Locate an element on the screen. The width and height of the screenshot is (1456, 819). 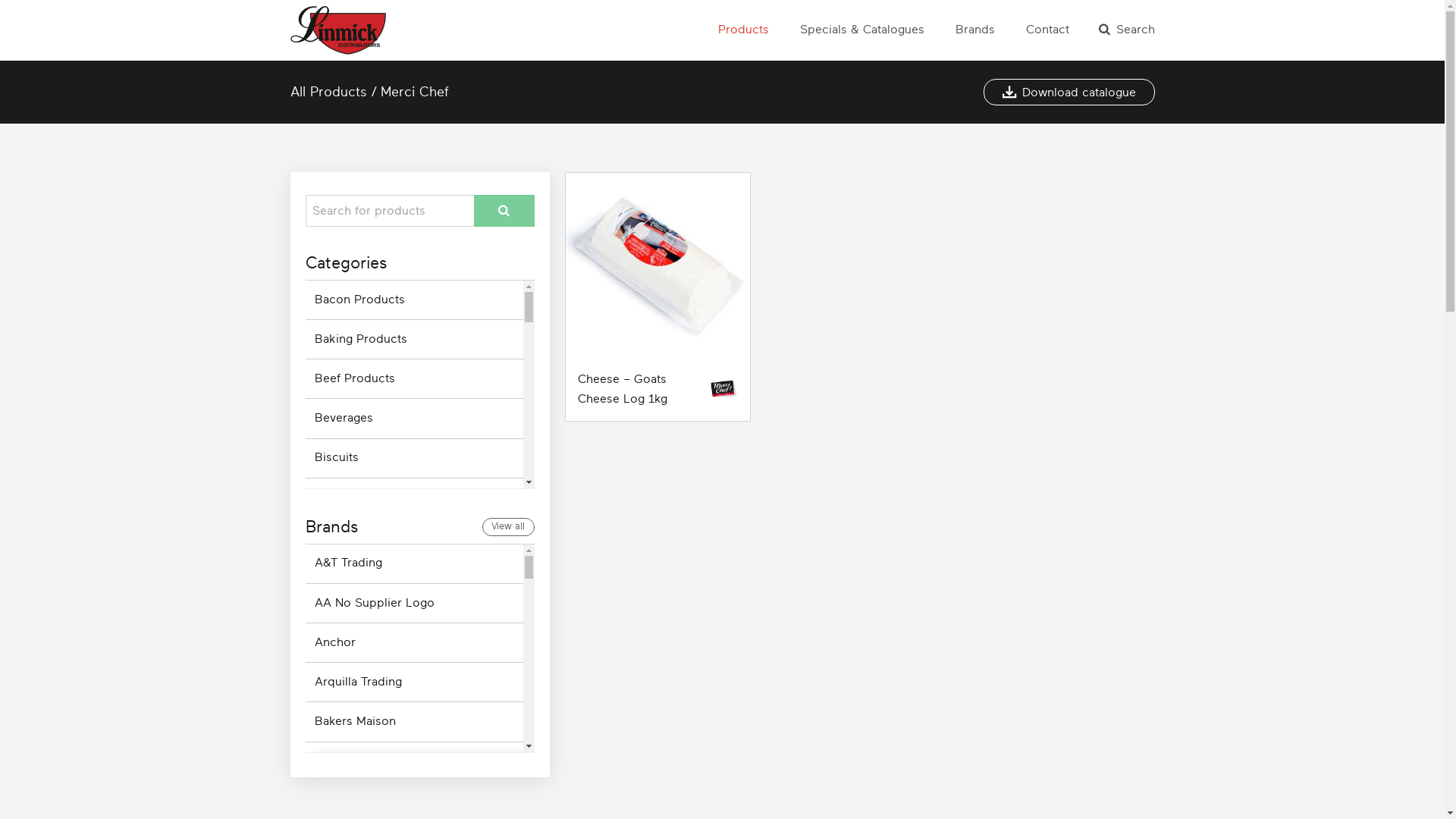
'Brands' is located at coordinates (975, 30).